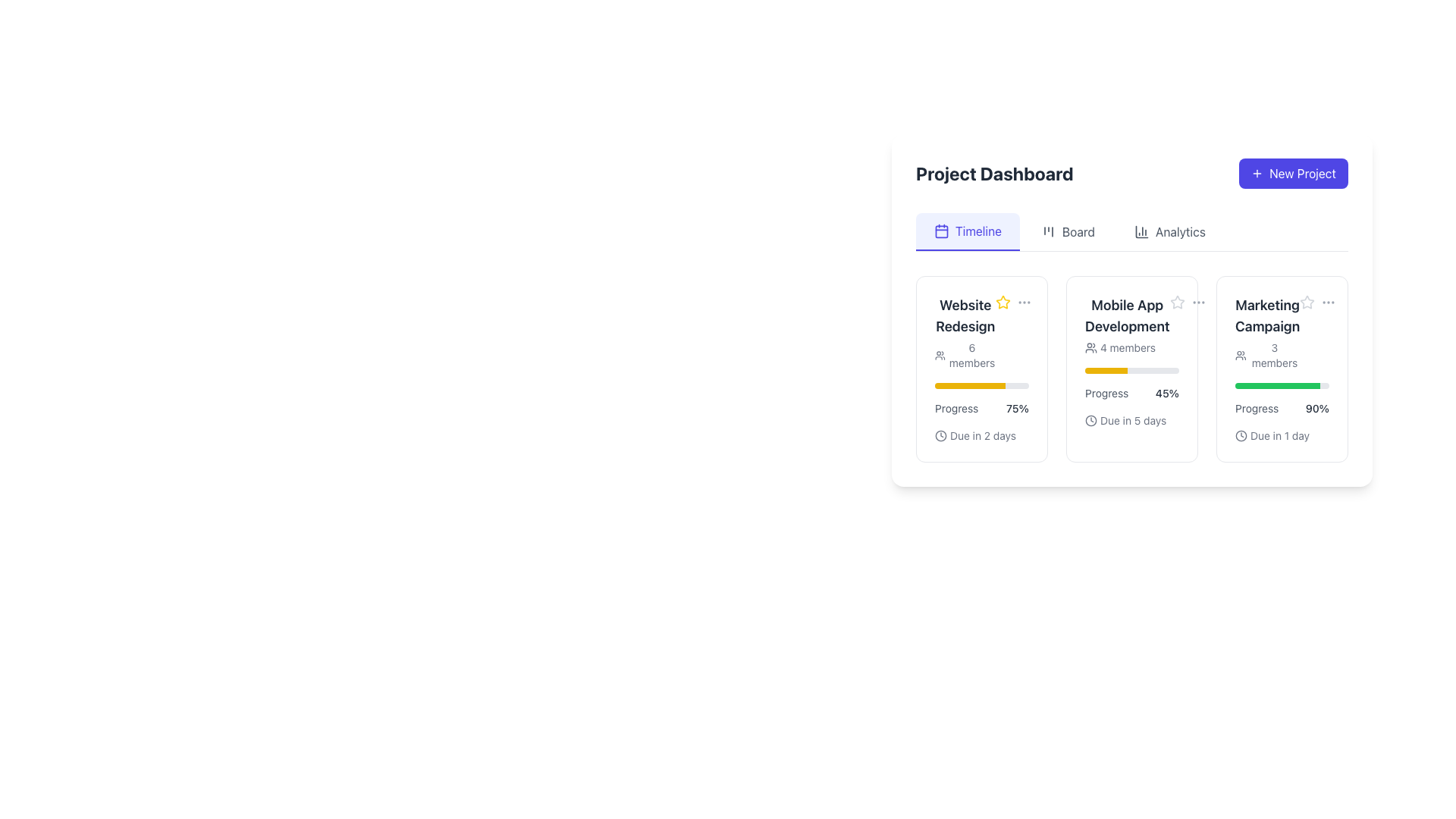 This screenshot has width=1456, height=819. I want to click on the 'Project Dashboard' text label, which serves as the header indicating the current section of the page, so click(994, 172).